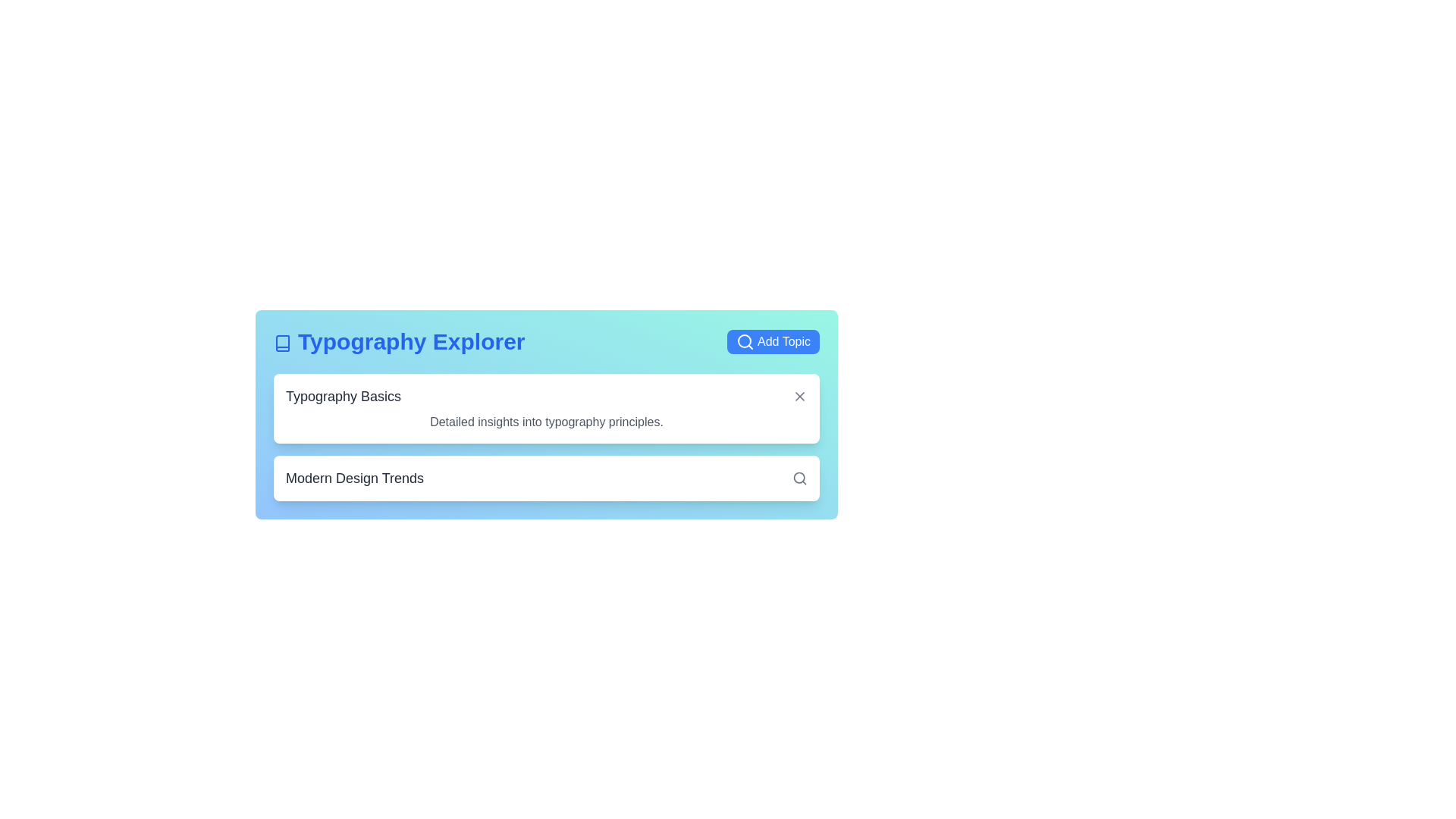  Describe the element at coordinates (799, 479) in the screenshot. I see `the interactive search icon represented by a magnifying glass symbol, which is styled in gray and located to the right of the 'Modern Design Trends' text, to change its color` at that location.